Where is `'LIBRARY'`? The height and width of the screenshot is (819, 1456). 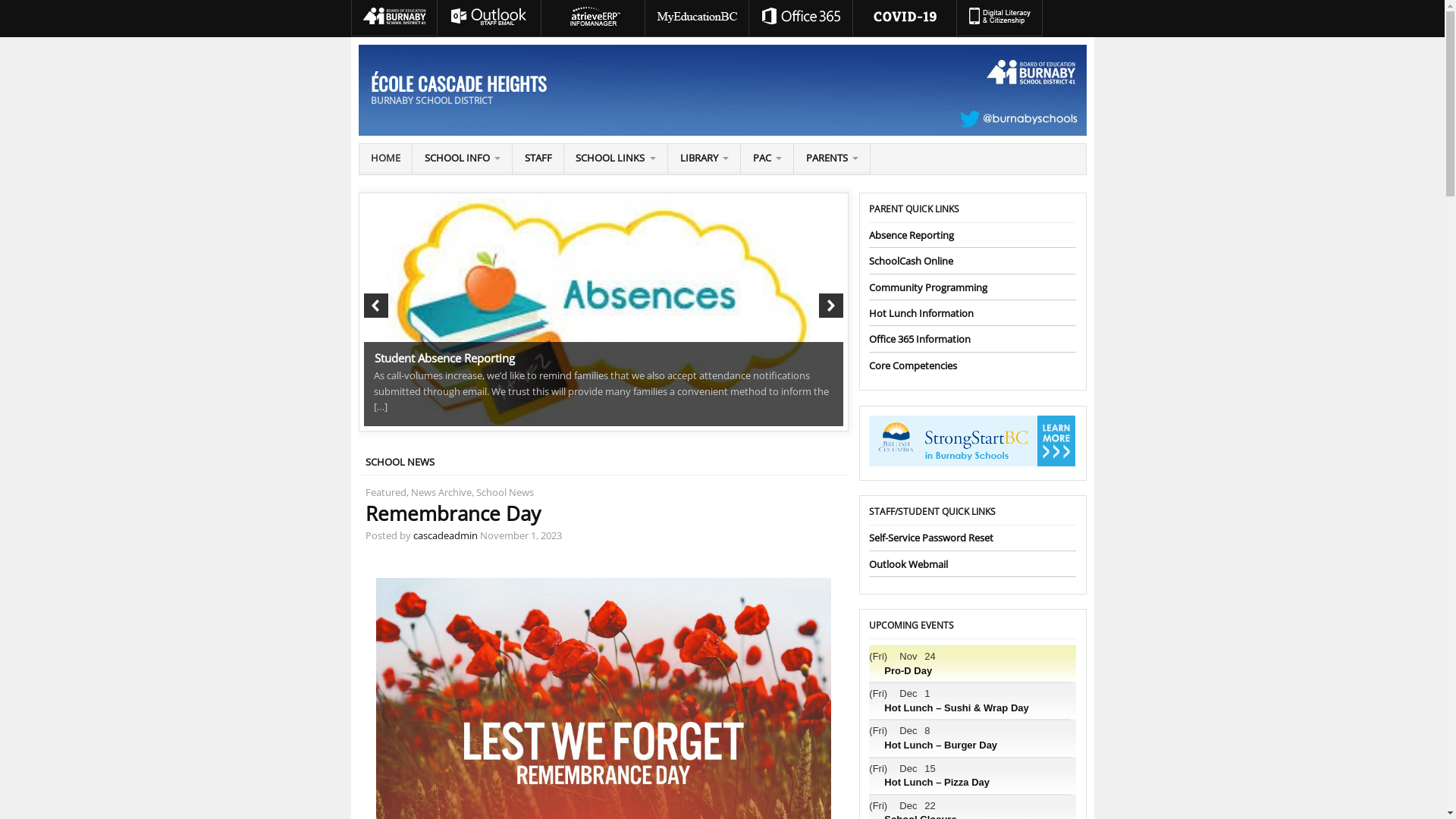
'LIBRARY' is located at coordinates (703, 158).